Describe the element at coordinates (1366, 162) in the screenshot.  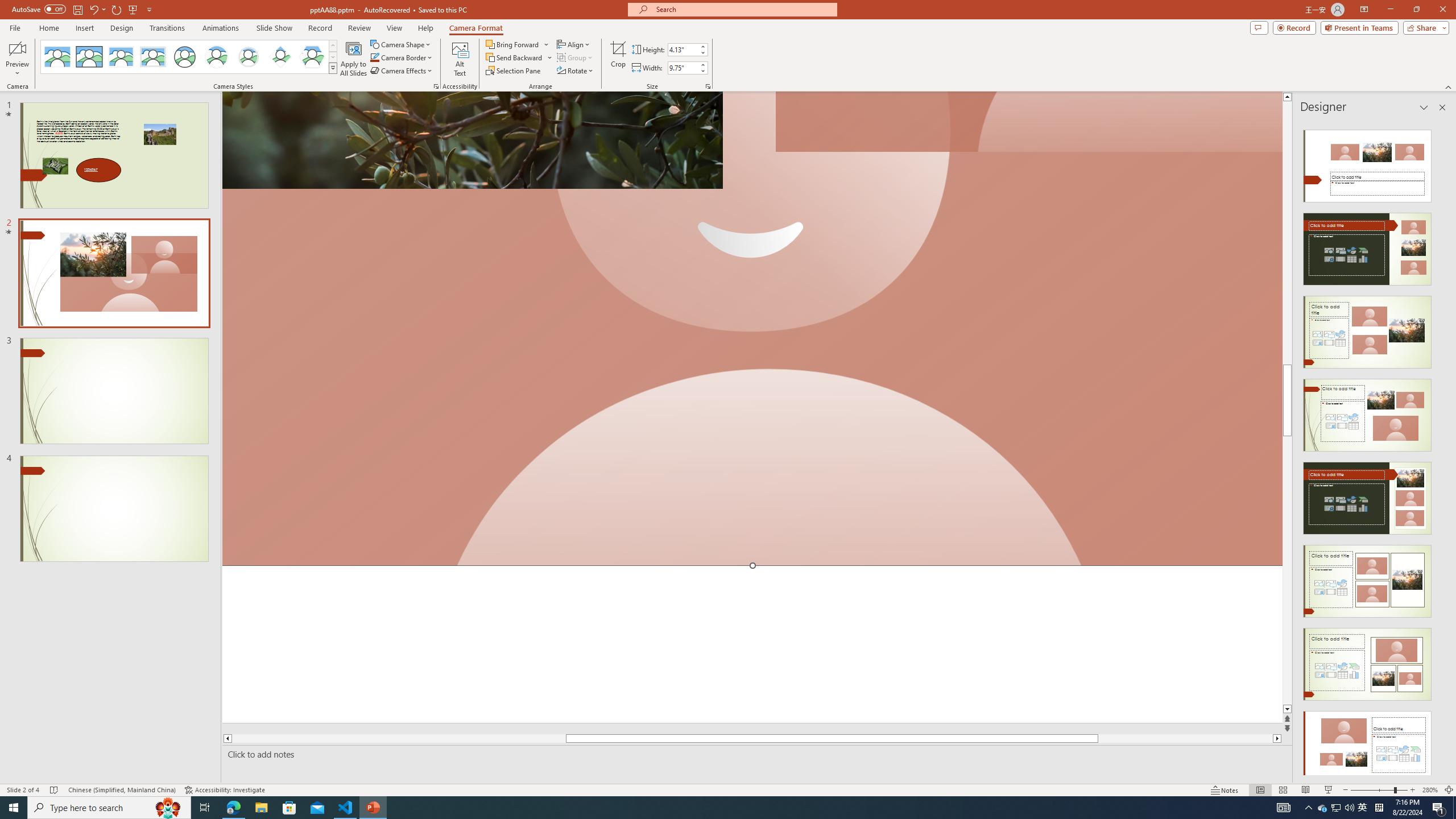
I see `'Recommended Design: Design Idea'` at that location.